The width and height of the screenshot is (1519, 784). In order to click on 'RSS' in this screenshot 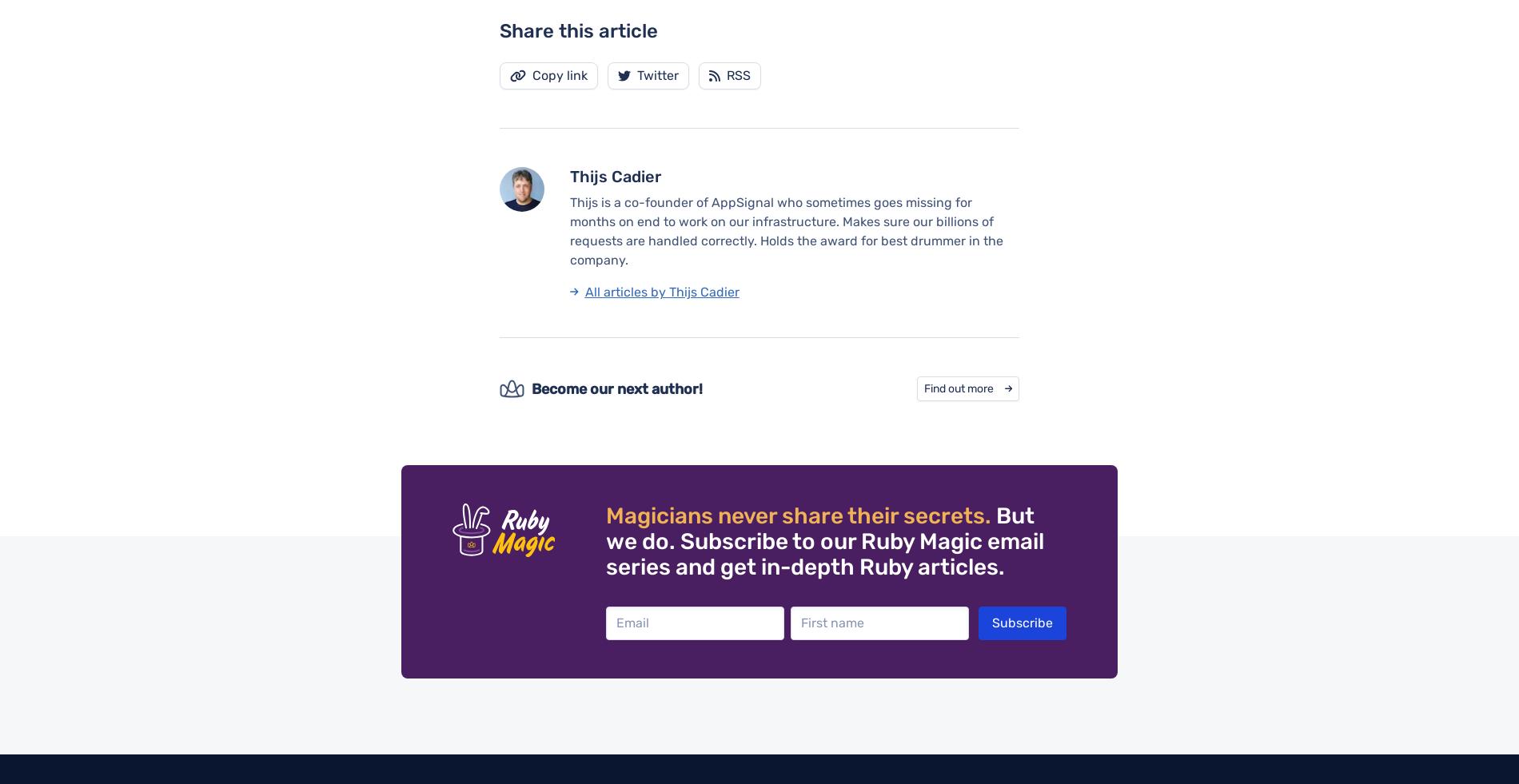, I will do `click(725, 74)`.